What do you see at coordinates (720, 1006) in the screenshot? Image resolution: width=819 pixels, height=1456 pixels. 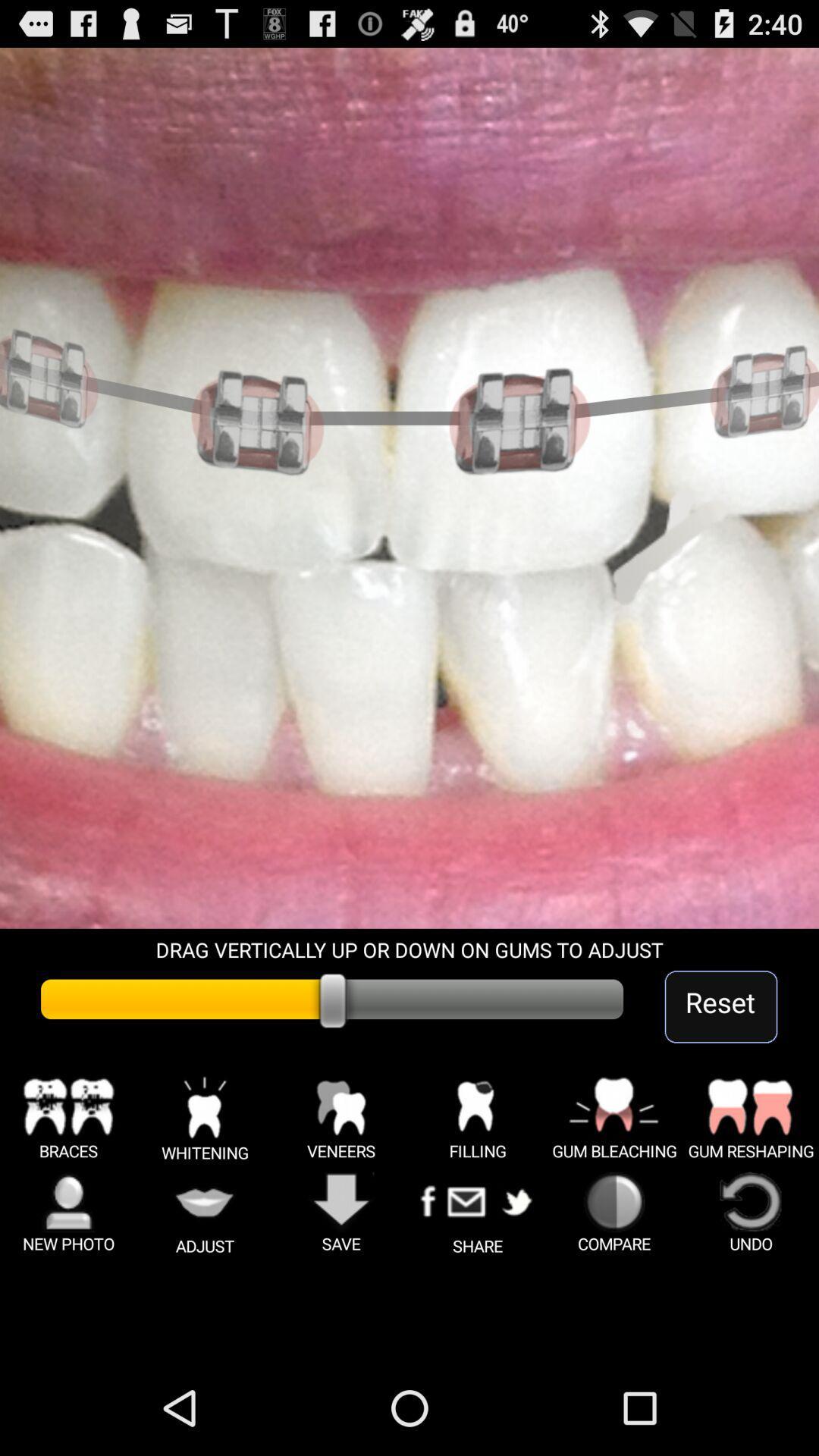 I see `the reset item` at bounding box center [720, 1006].